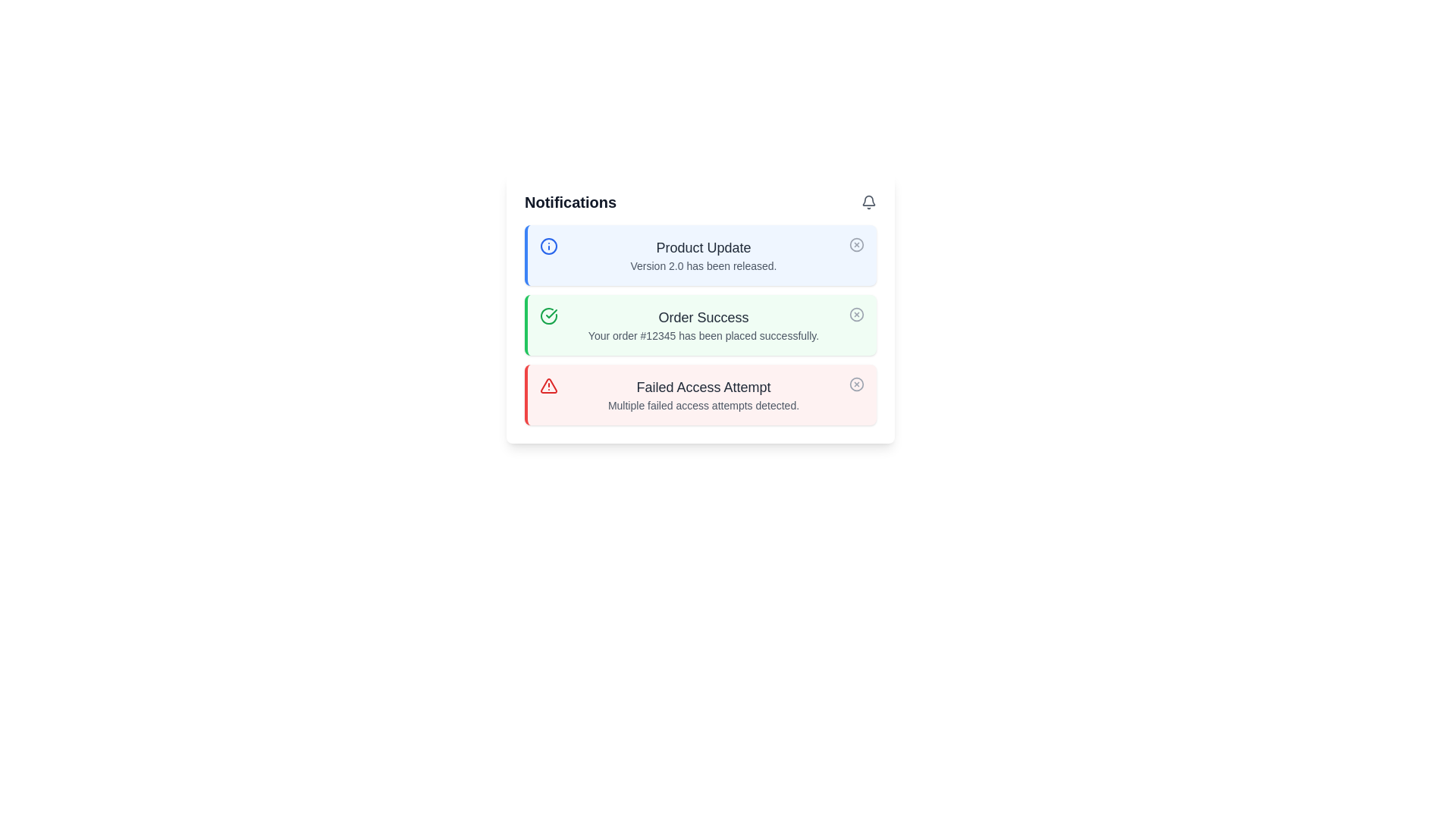  What do you see at coordinates (548, 245) in the screenshot?
I see `the informational alert icon within the 'Product Update' notification card, located on the left side of the card` at bounding box center [548, 245].